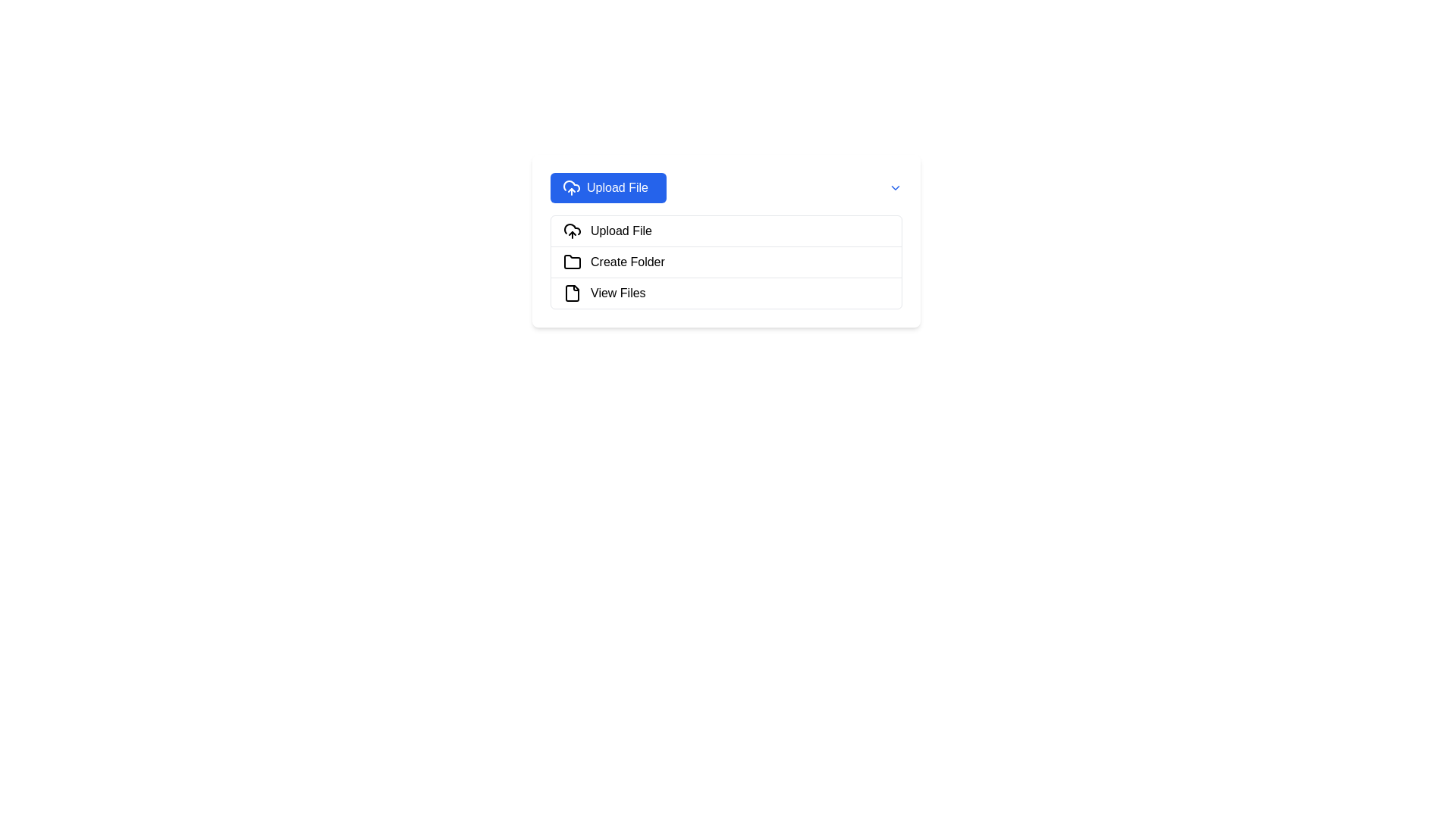 The image size is (1456, 819). Describe the element at coordinates (570, 185) in the screenshot. I see `the lower curve of the cloud icon that represents the upload feature, located centrally beneath the upload arrow` at that location.